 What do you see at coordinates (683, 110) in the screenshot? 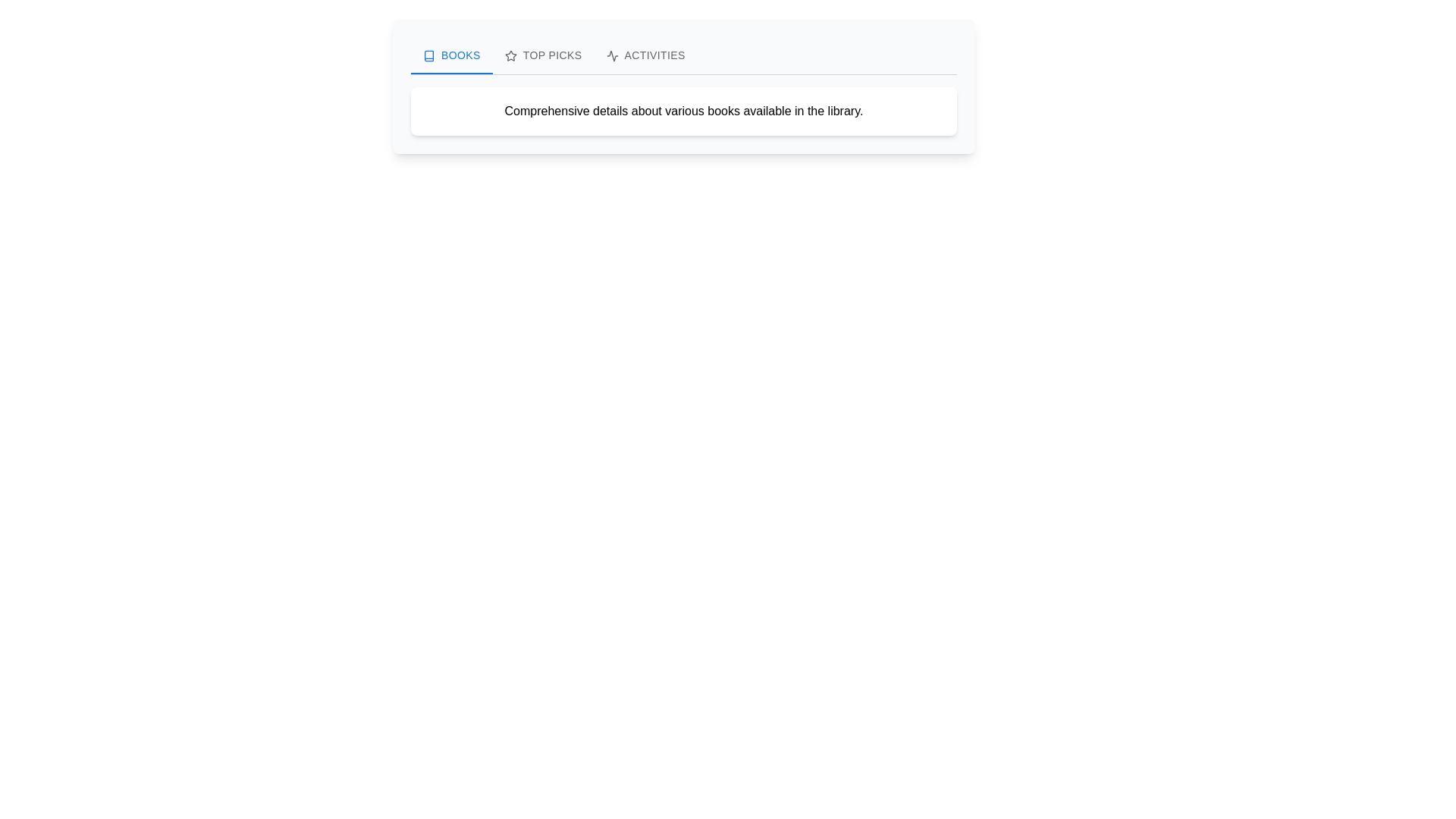
I see `the static text element displaying 'Comprehensive details about various books available in the library.' located in the top-center area below the navigation bar` at bounding box center [683, 110].